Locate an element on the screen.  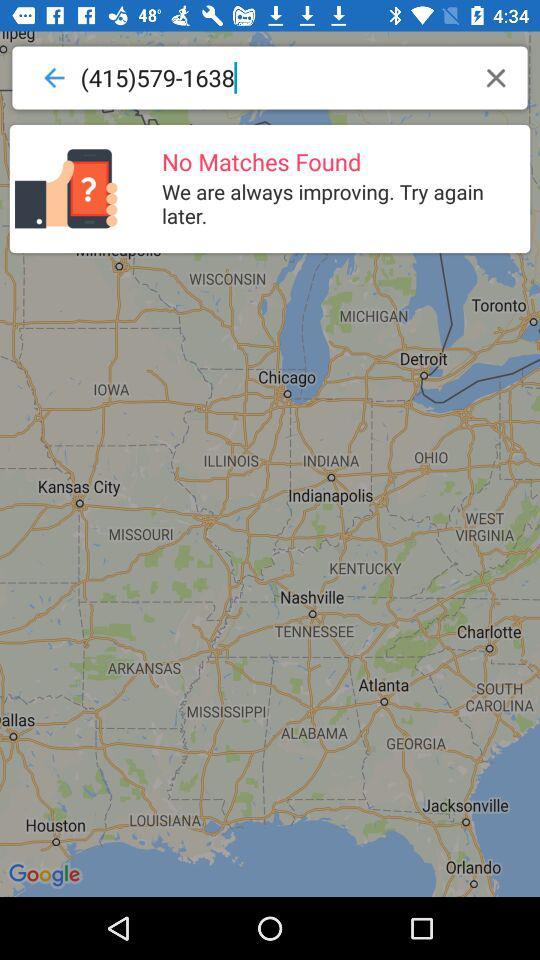
the item above the no matches found is located at coordinates (274, 77).